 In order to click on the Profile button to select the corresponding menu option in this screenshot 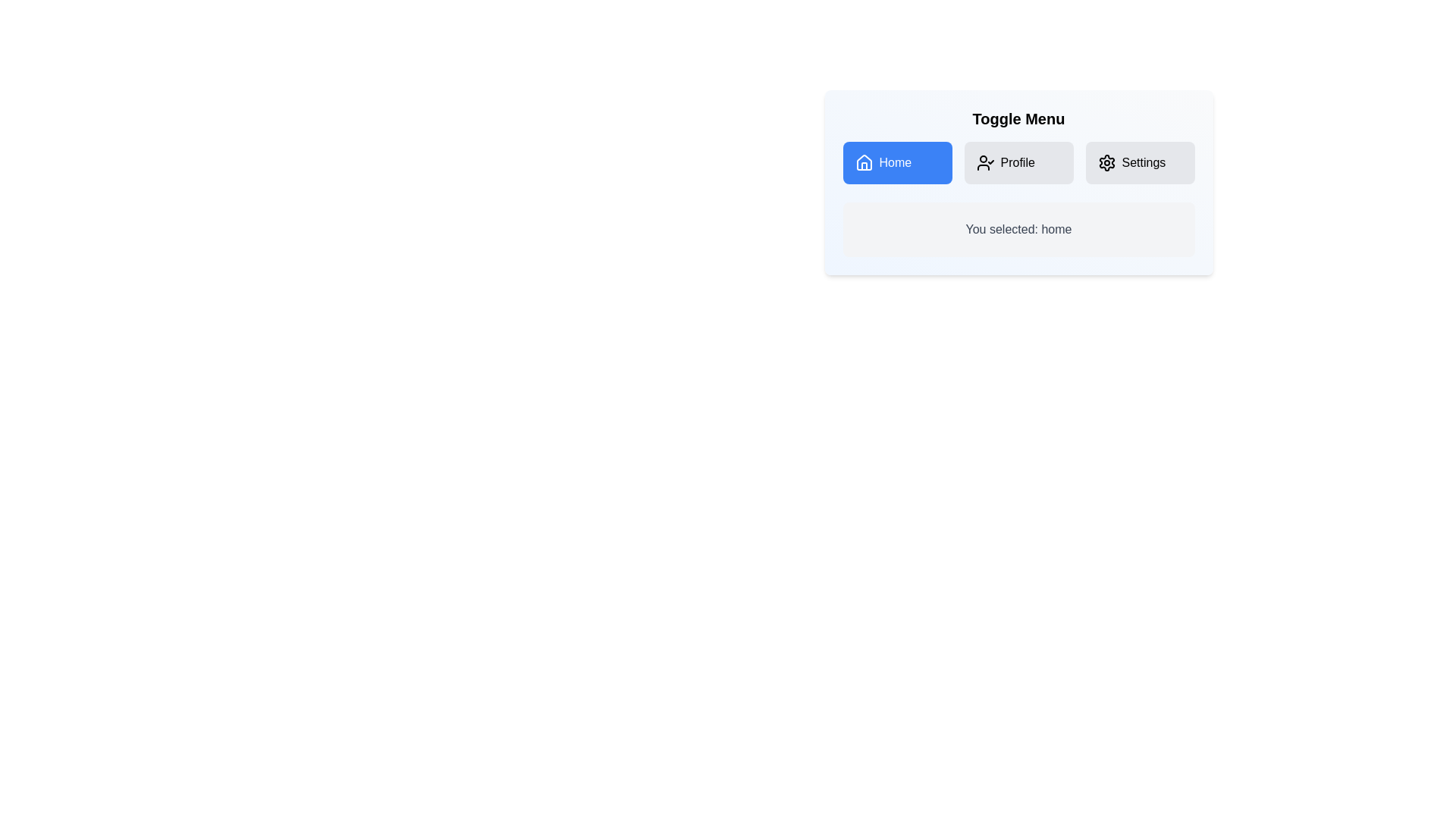, I will do `click(1018, 163)`.